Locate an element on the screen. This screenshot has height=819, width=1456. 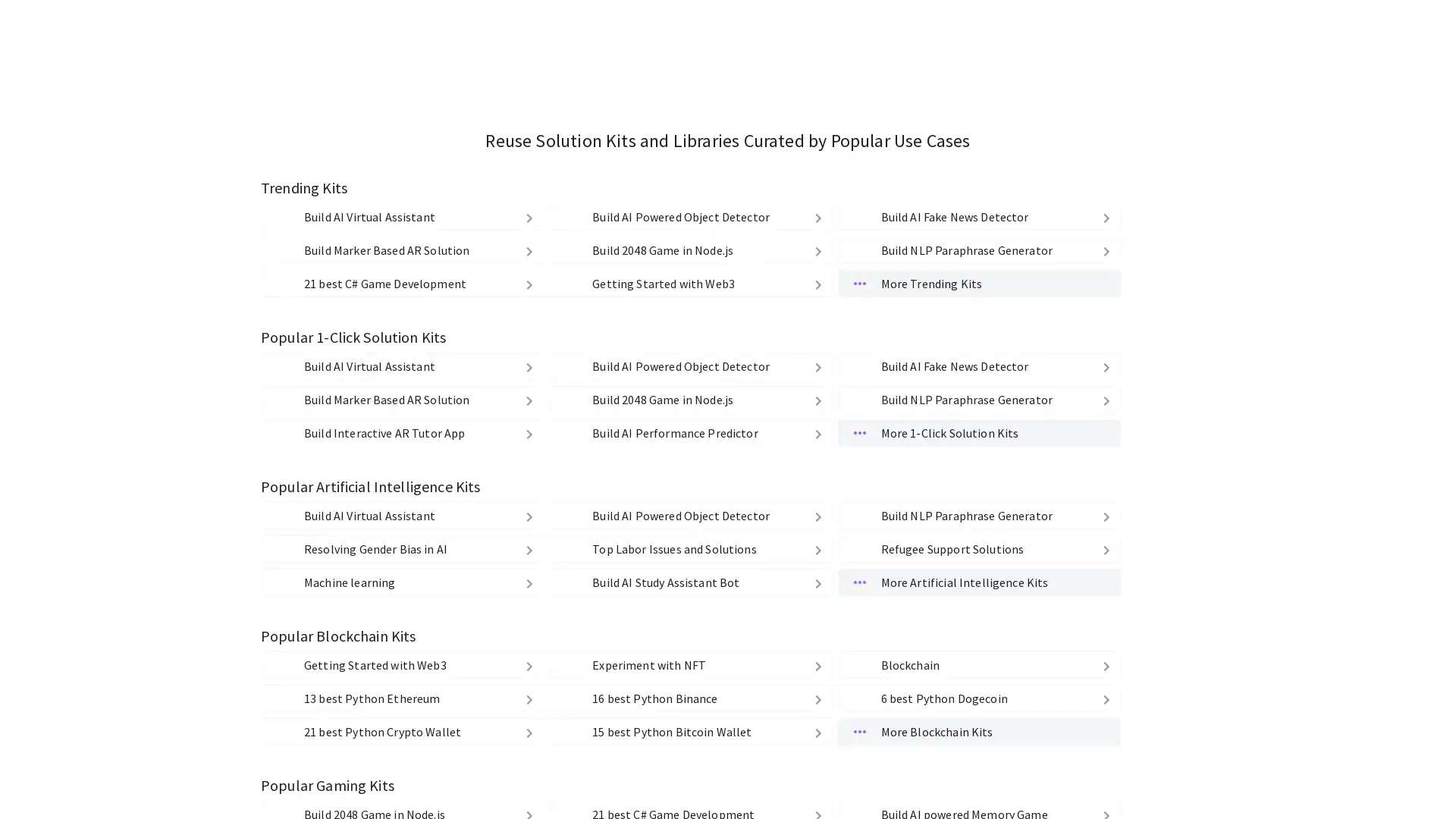
delete is located at coordinates (1106, 781).